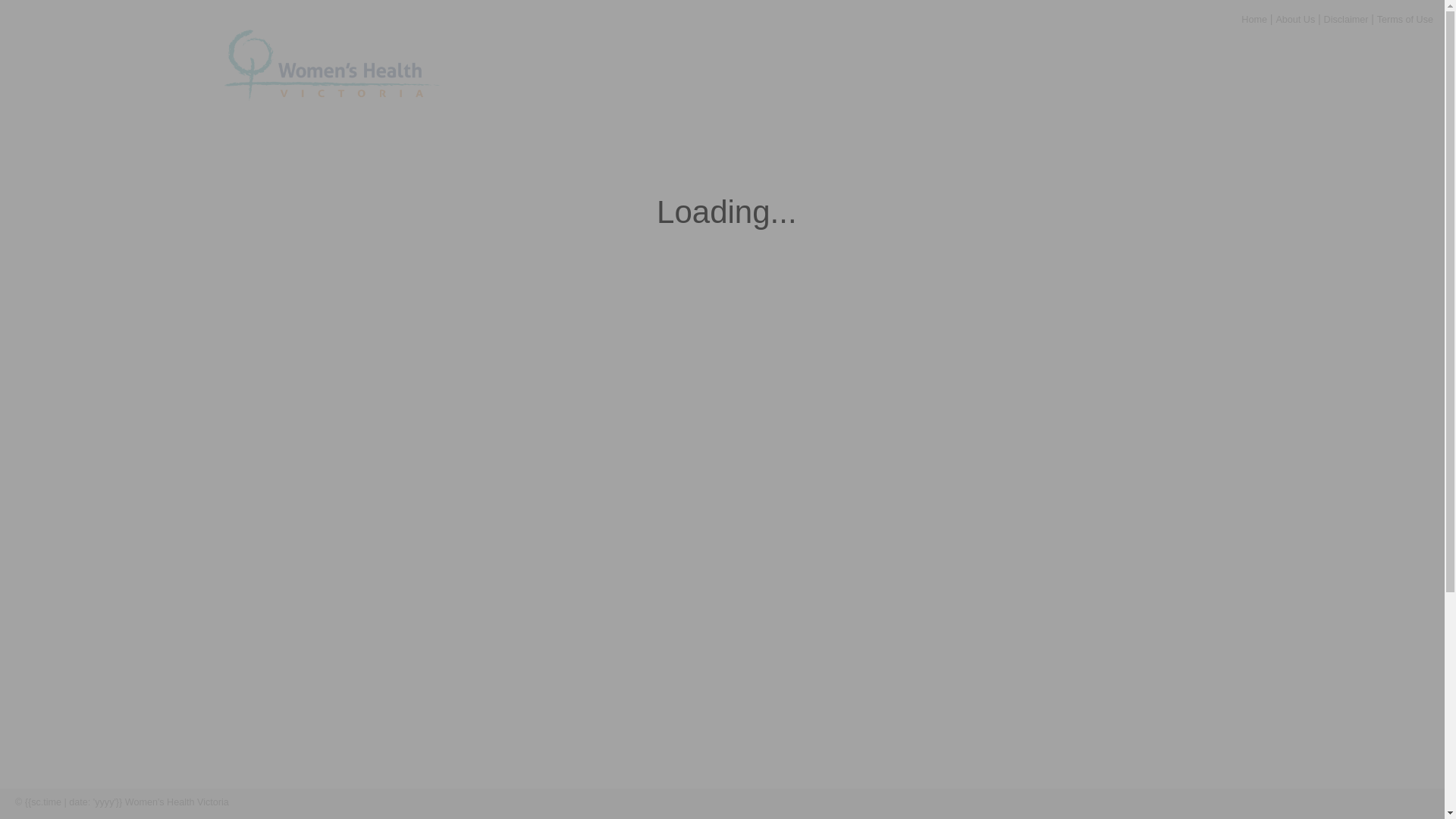 Image resolution: width=1456 pixels, height=819 pixels. Describe the element at coordinates (1294, 20) in the screenshot. I see `'About Us'` at that location.